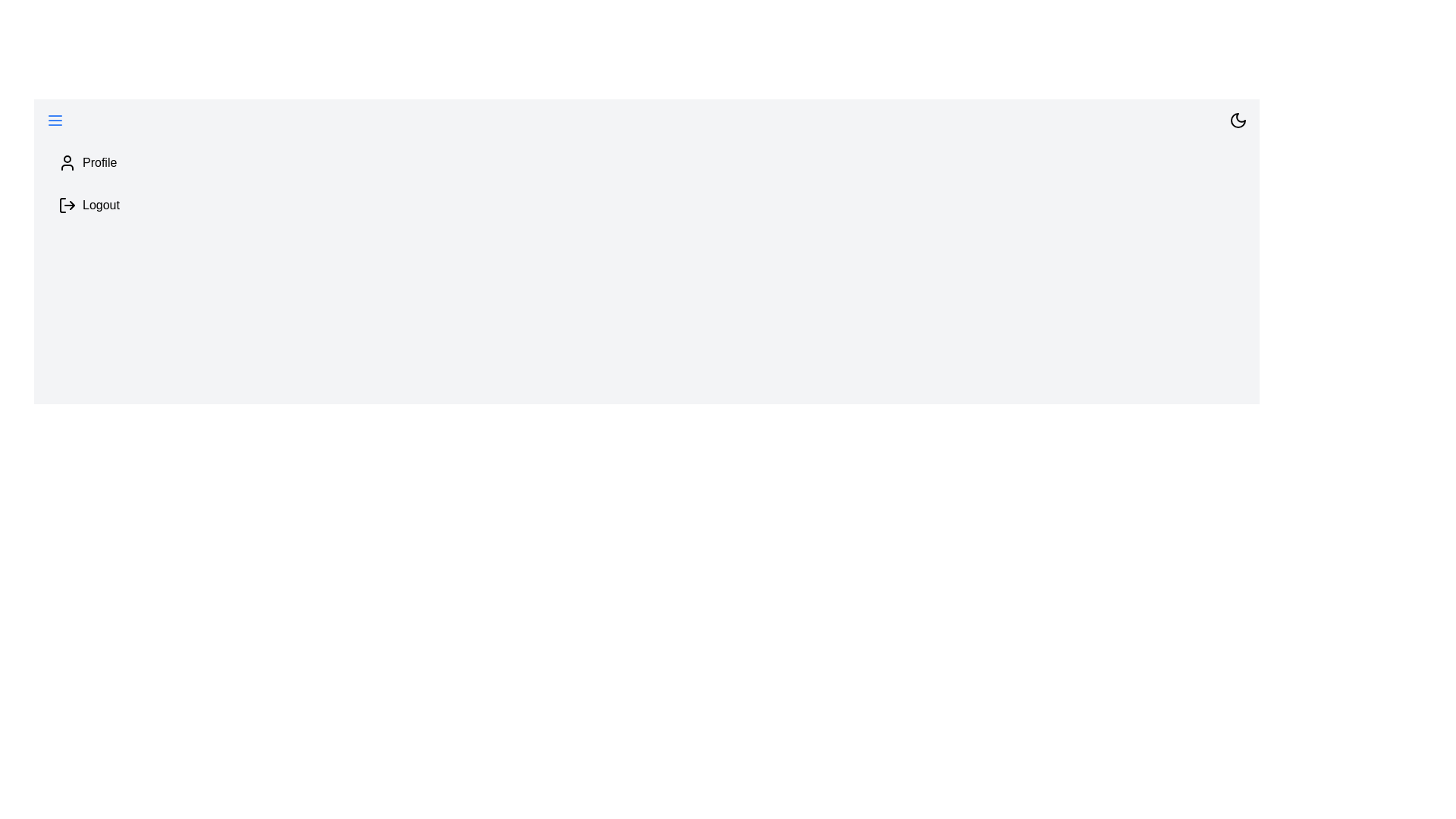 The height and width of the screenshot is (819, 1456). What do you see at coordinates (99, 163) in the screenshot?
I see `the static text label located to the right of the user icon, above the 'Logout' element` at bounding box center [99, 163].